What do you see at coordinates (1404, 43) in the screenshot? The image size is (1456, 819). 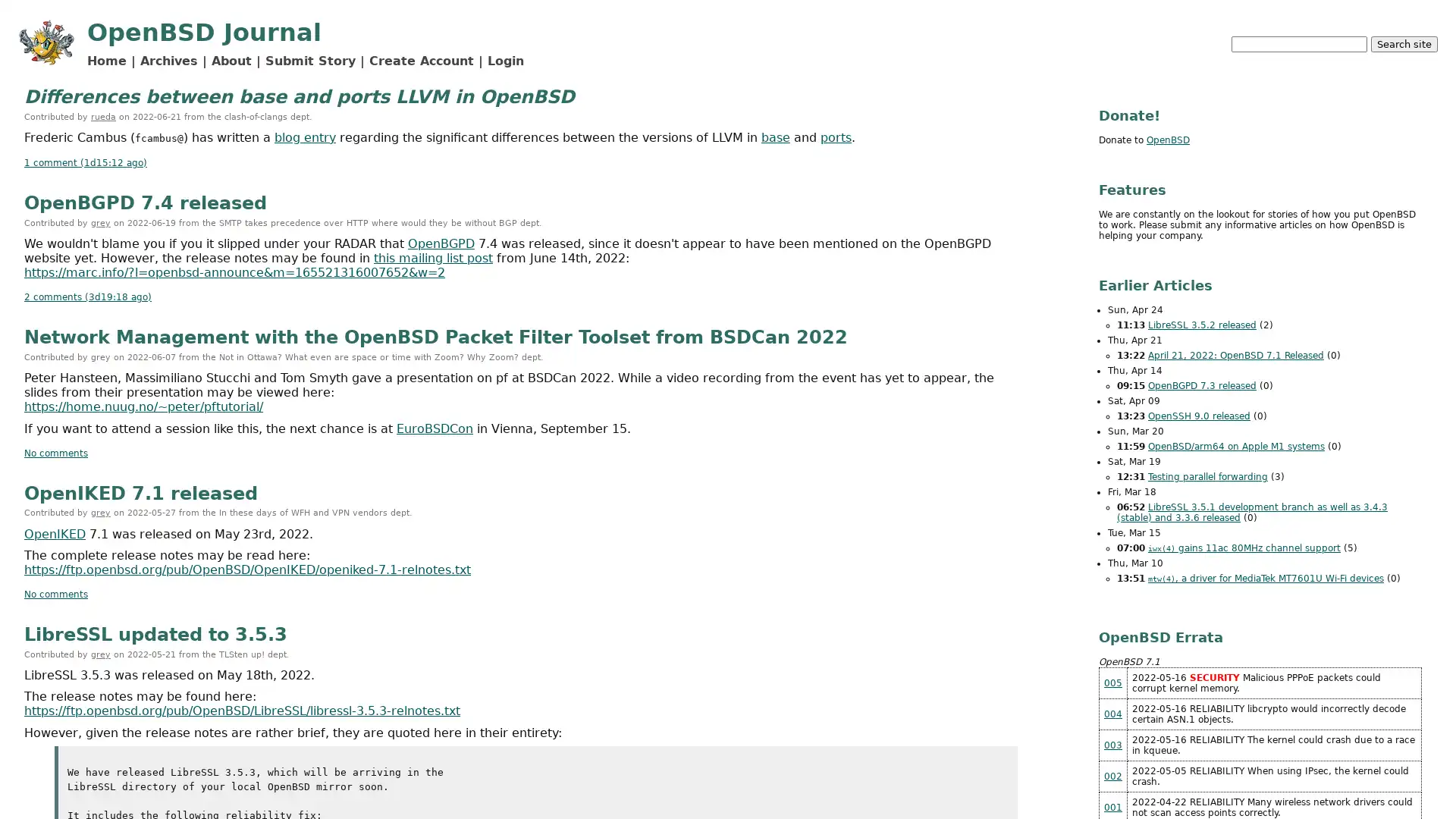 I see `Search site` at bounding box center [1404, 43].